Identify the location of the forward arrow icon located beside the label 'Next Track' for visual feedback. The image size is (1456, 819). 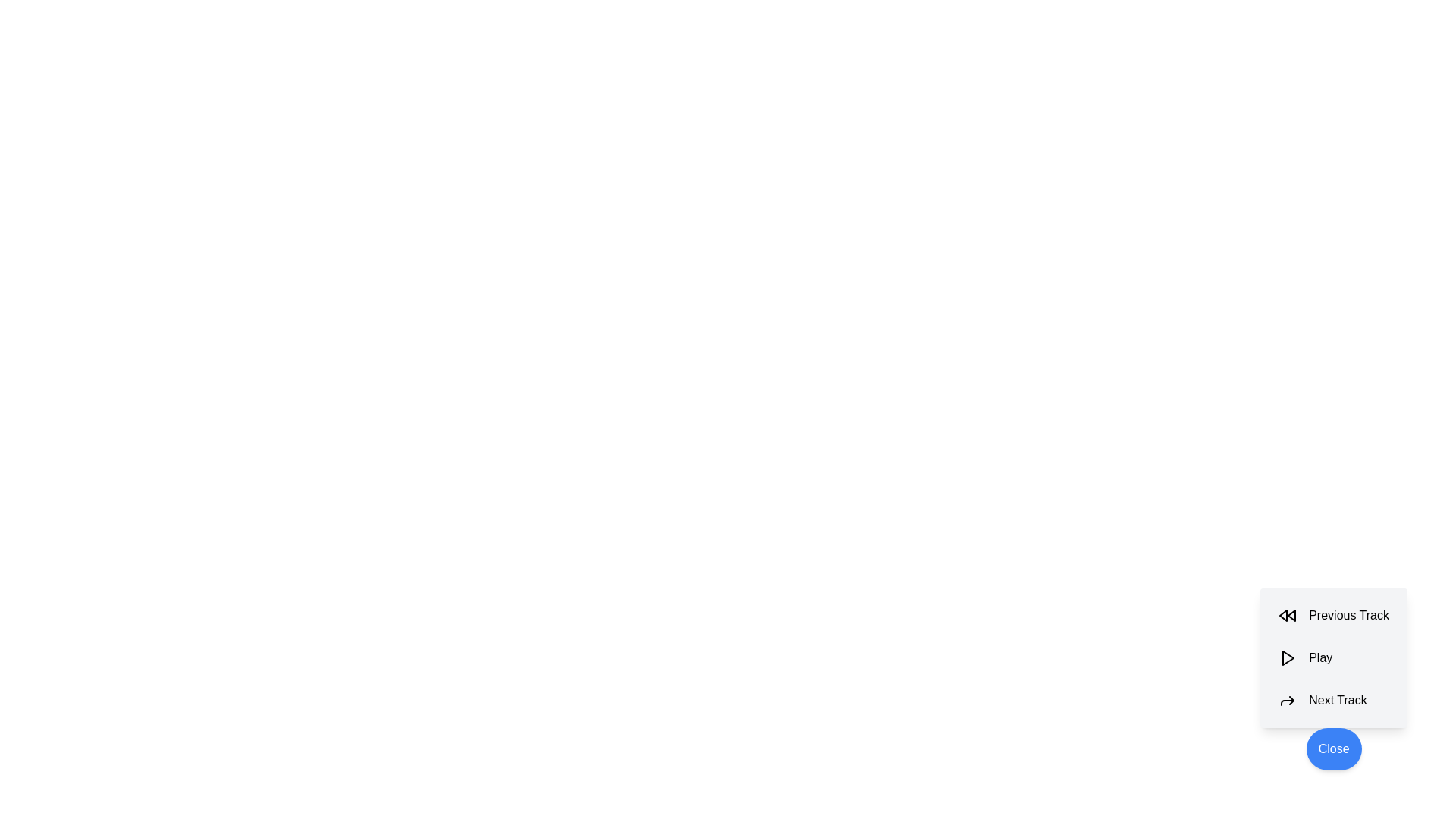
(1287, 701).